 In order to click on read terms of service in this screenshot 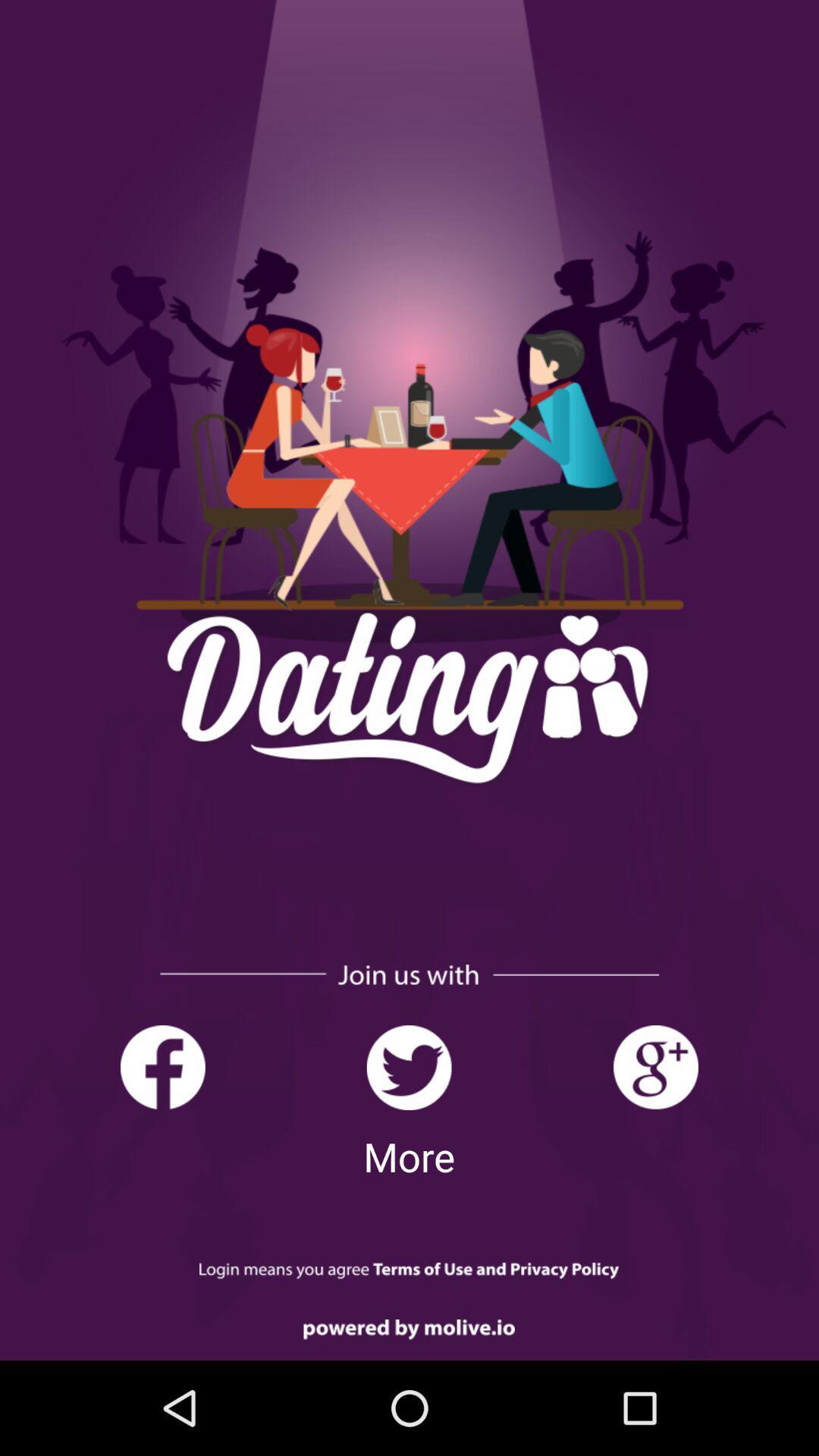, I will do `click(408, 1271)`.